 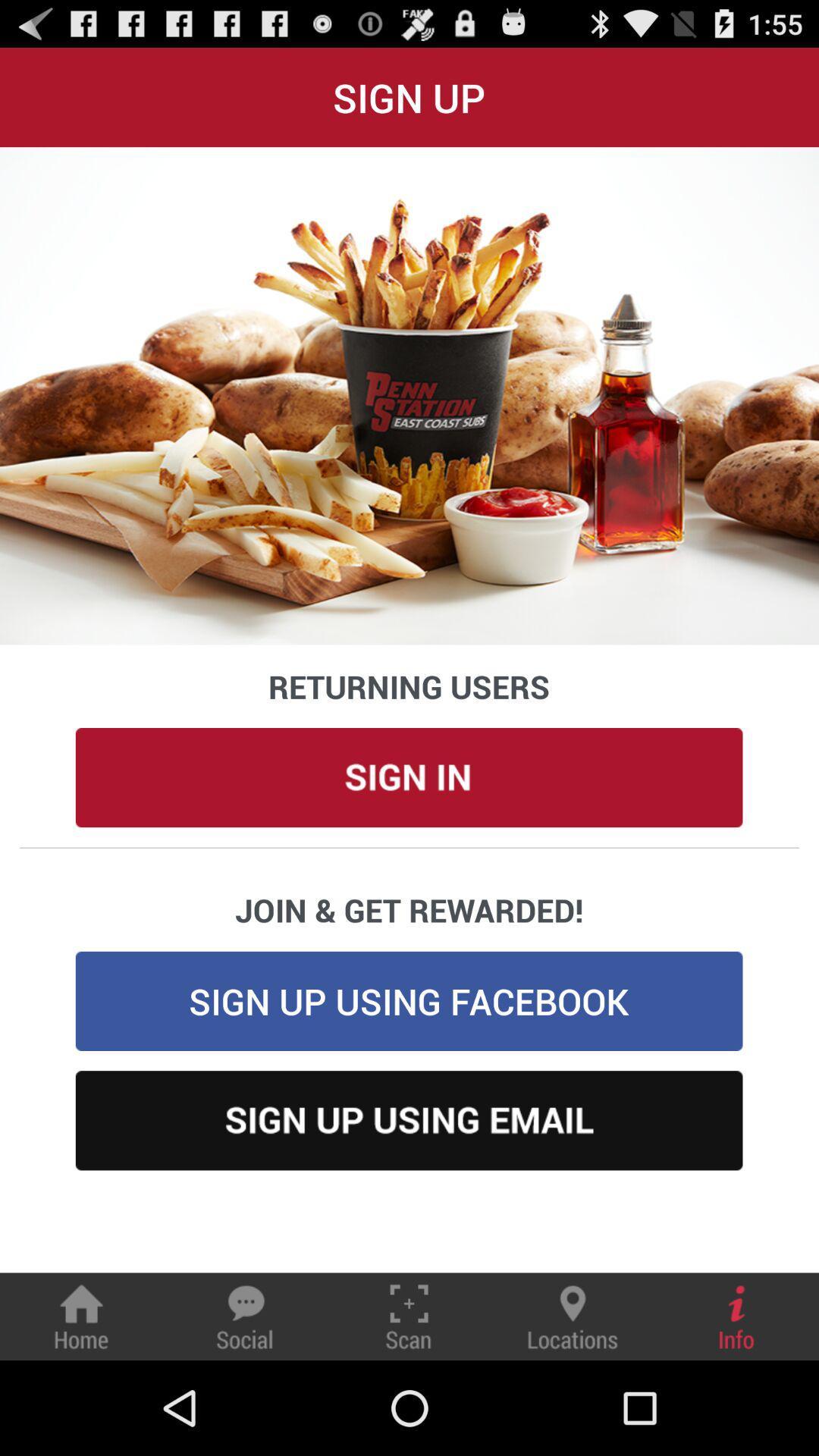 I want to click on the button sign up using facebook, so click(x=409, y=1001).